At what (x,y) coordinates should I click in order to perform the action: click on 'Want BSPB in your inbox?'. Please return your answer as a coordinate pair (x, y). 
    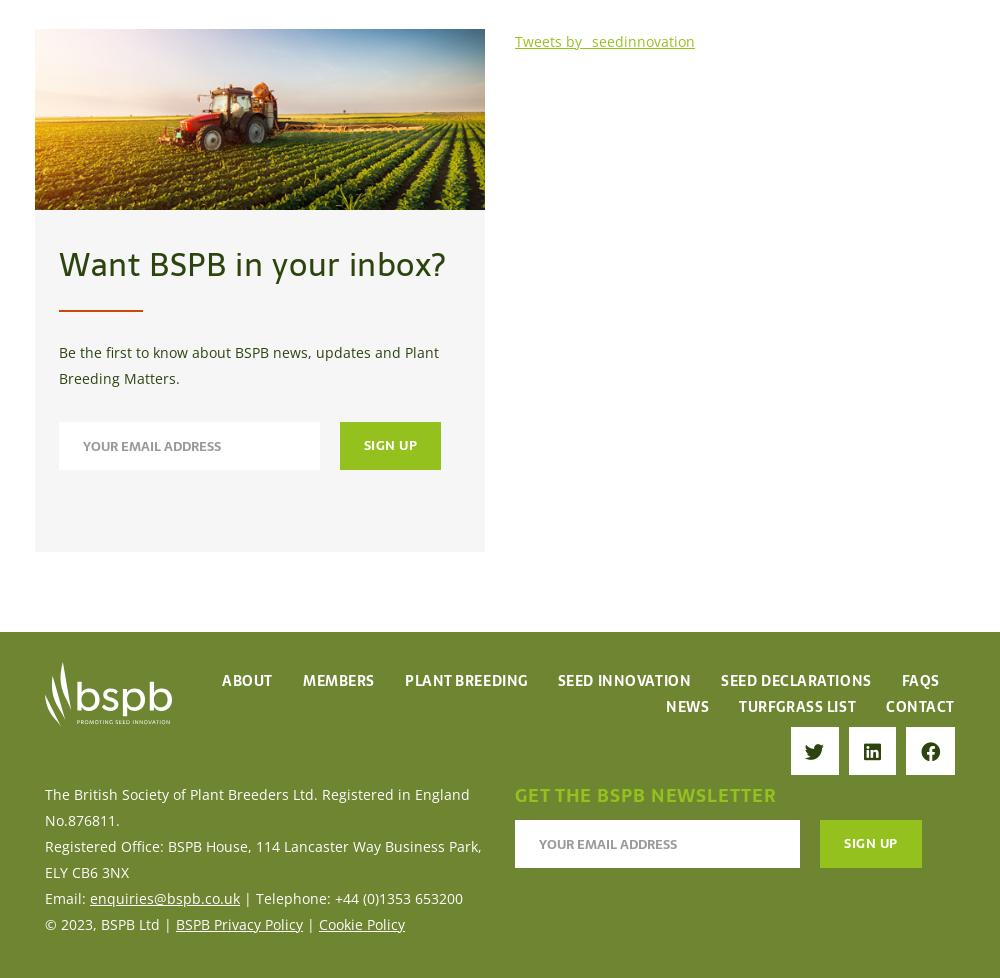
    Looking at the image, I should click on (252, 264).